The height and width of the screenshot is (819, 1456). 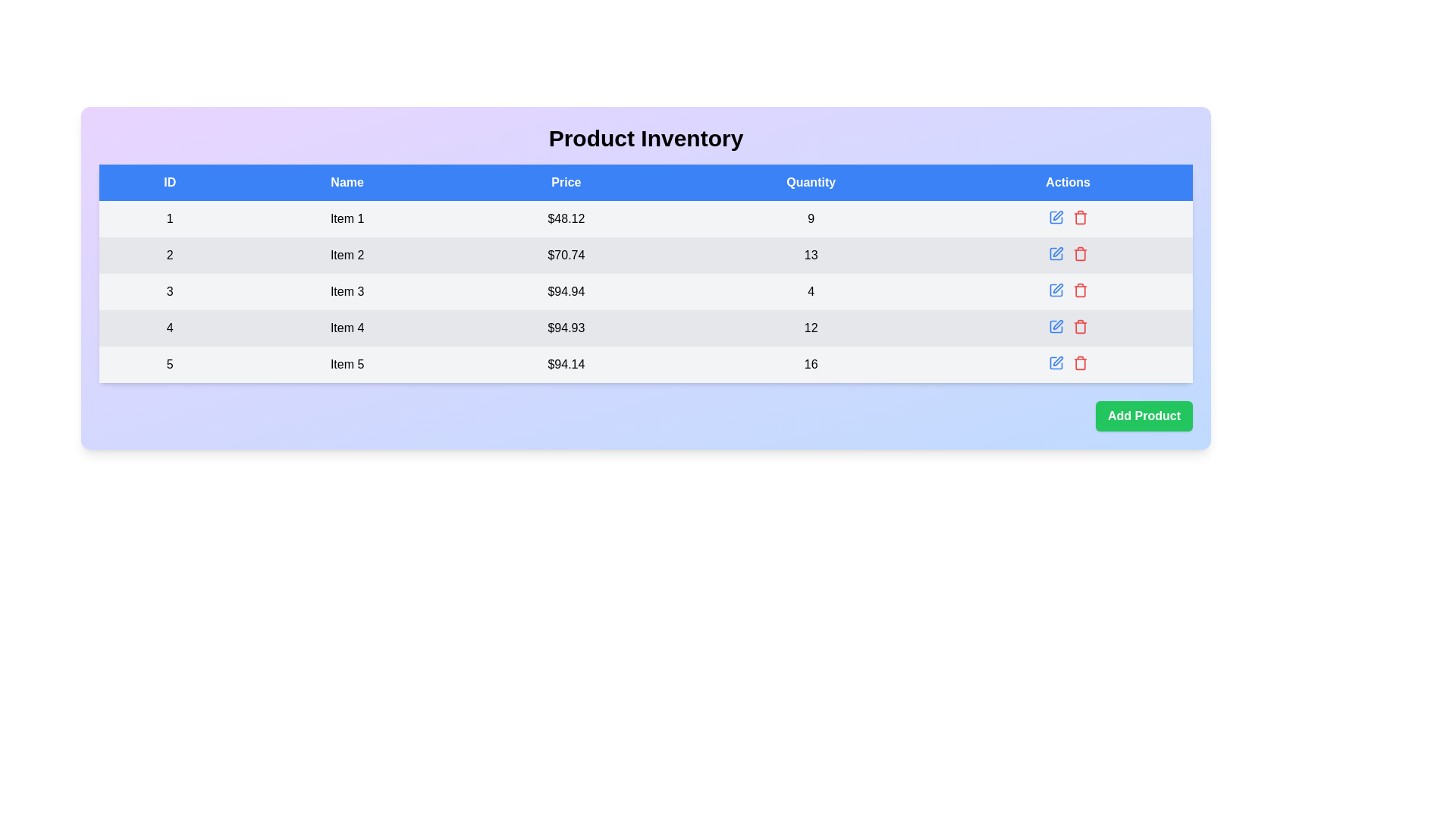 What do you see at coordinates (810, 365) in the screenshot?
I see `the table cell representing the quantity of 'Item 5' located in the fifth row under the 'Quantity' column` at bounding box center [810, 365].